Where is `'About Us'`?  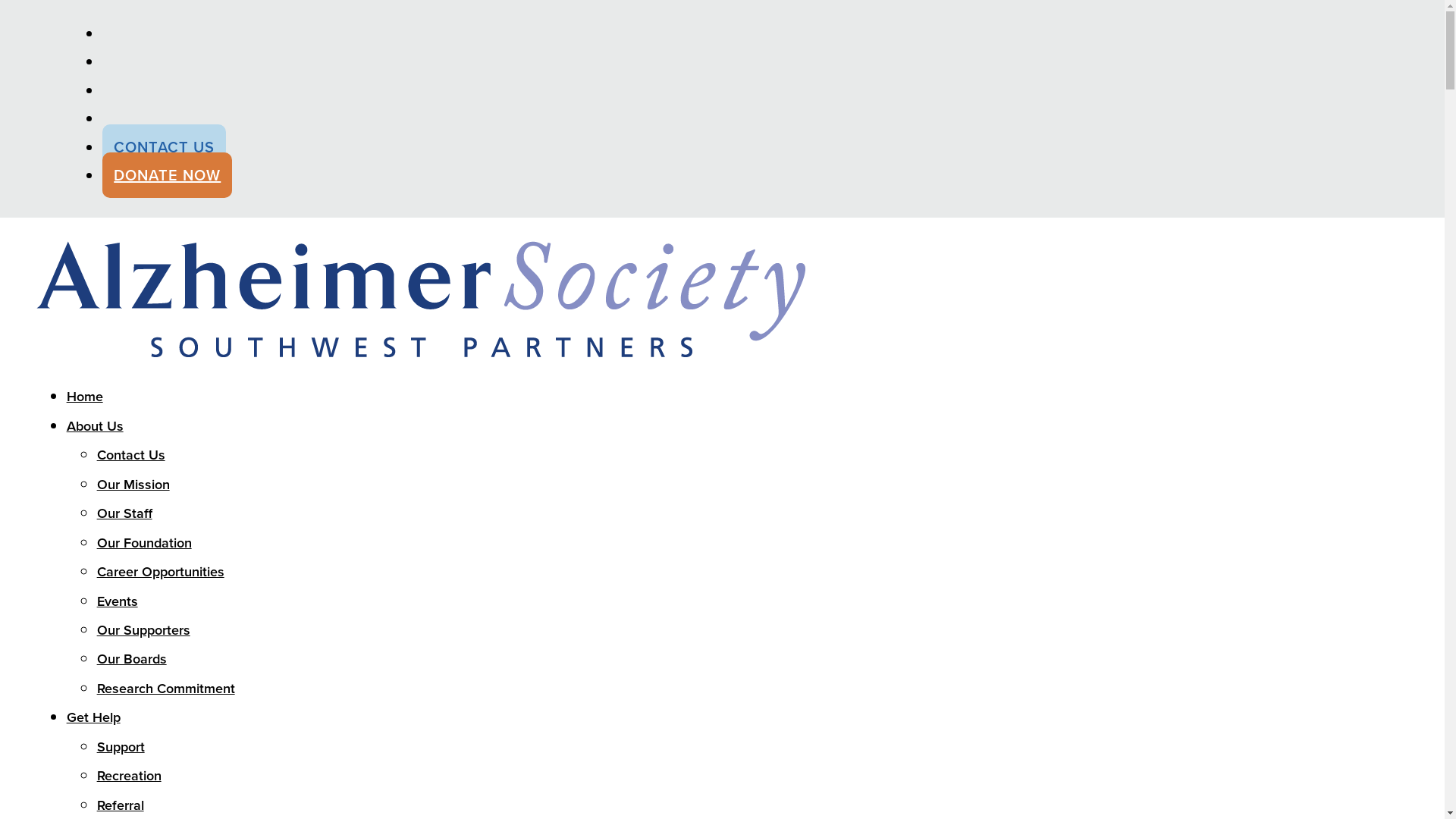
'About Us' is located at coordinates (94, 426).